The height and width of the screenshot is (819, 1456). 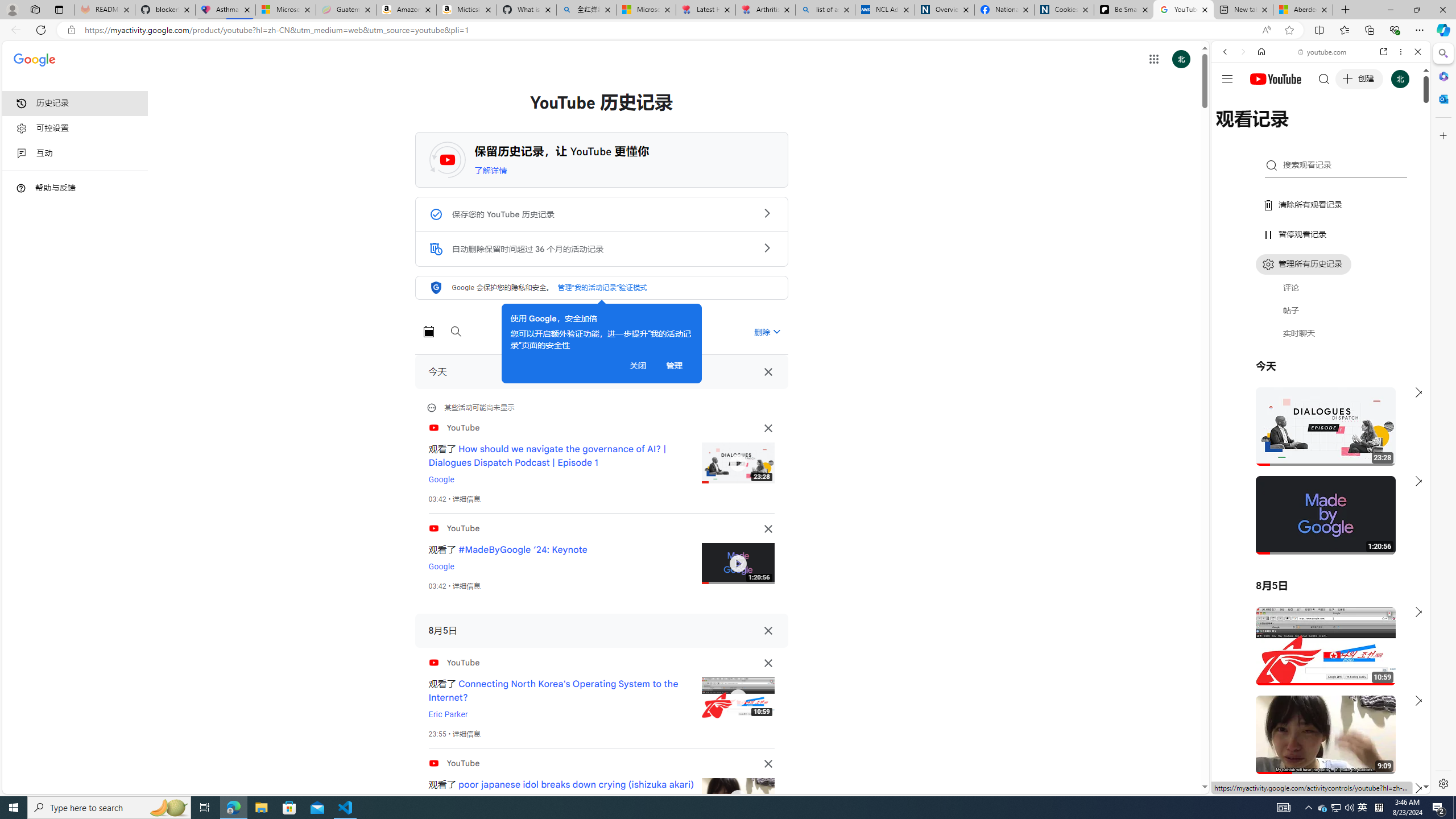 What do you see at coordinates (1319, 336) in the screenshot?
I see `'Trailer #2 [HD]'` at bounding box center [1319, 336].